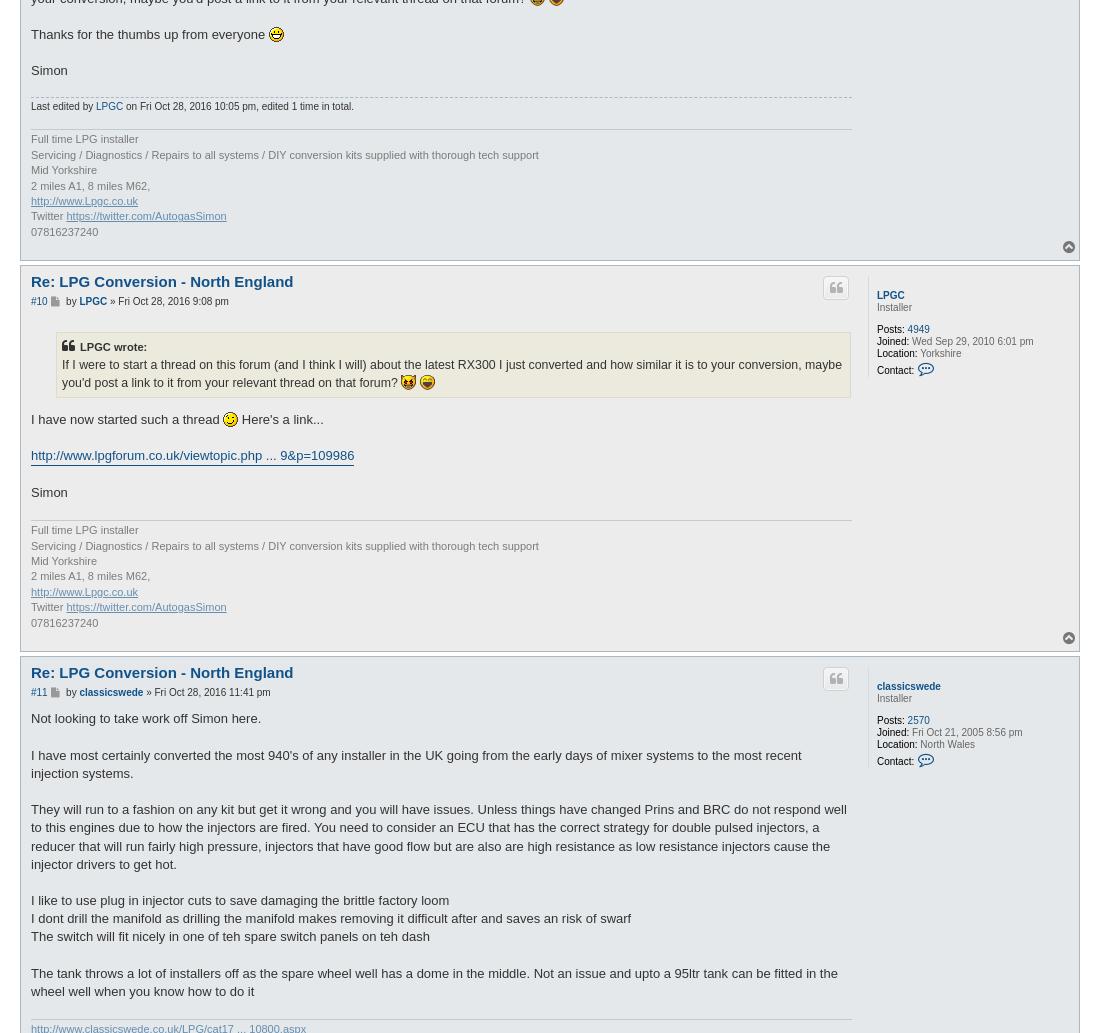  I want to click on 'on Fri Oct 28, 2016 10:05 pm, edited 1 time in total.', so click(122, 105).